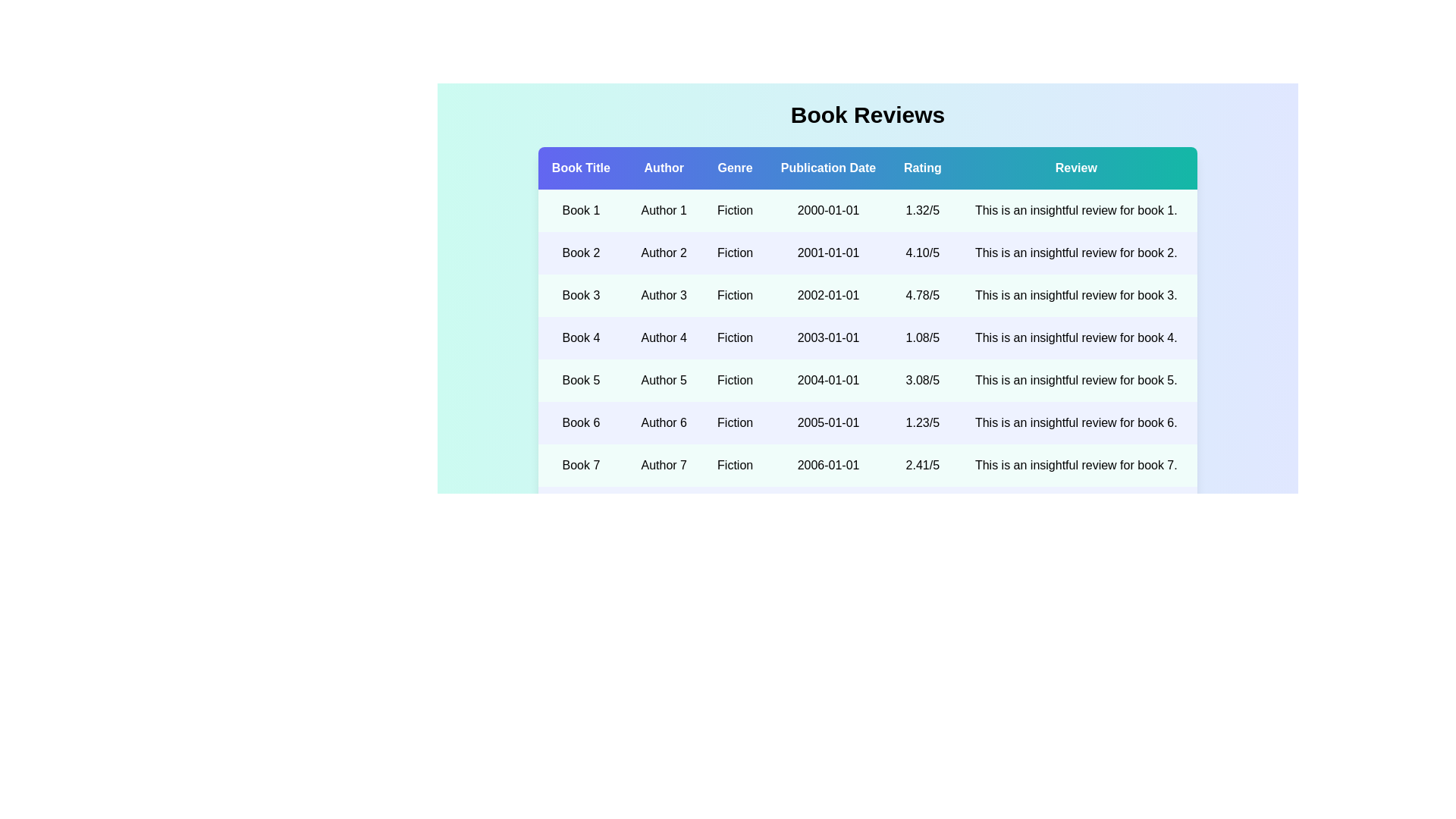  What do you see at coordinates (580, 379) in the screenshot?
I see `the book title Book 5 to view its details` at bounding box center [580, 379].